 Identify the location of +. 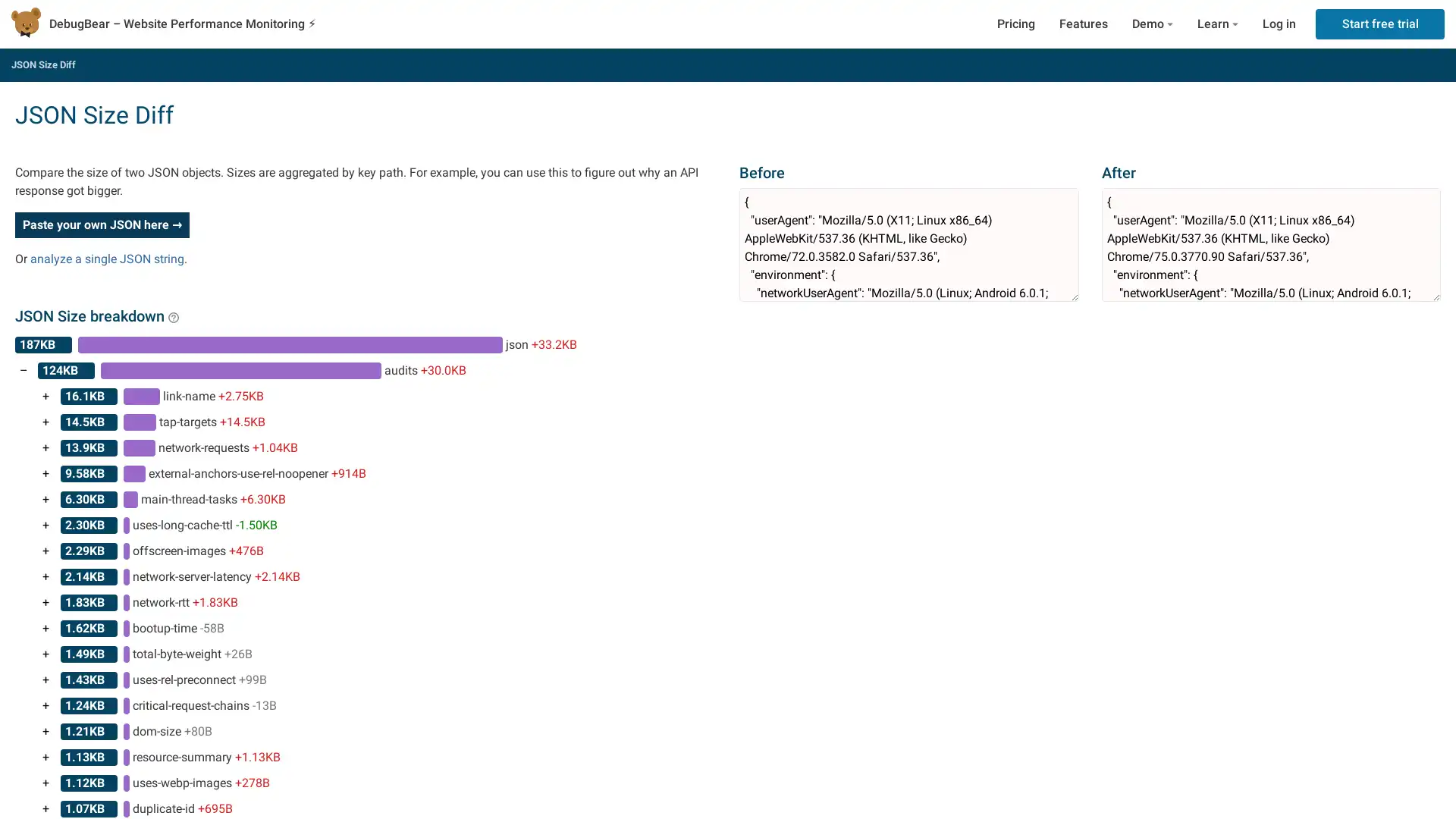
(45, 551).